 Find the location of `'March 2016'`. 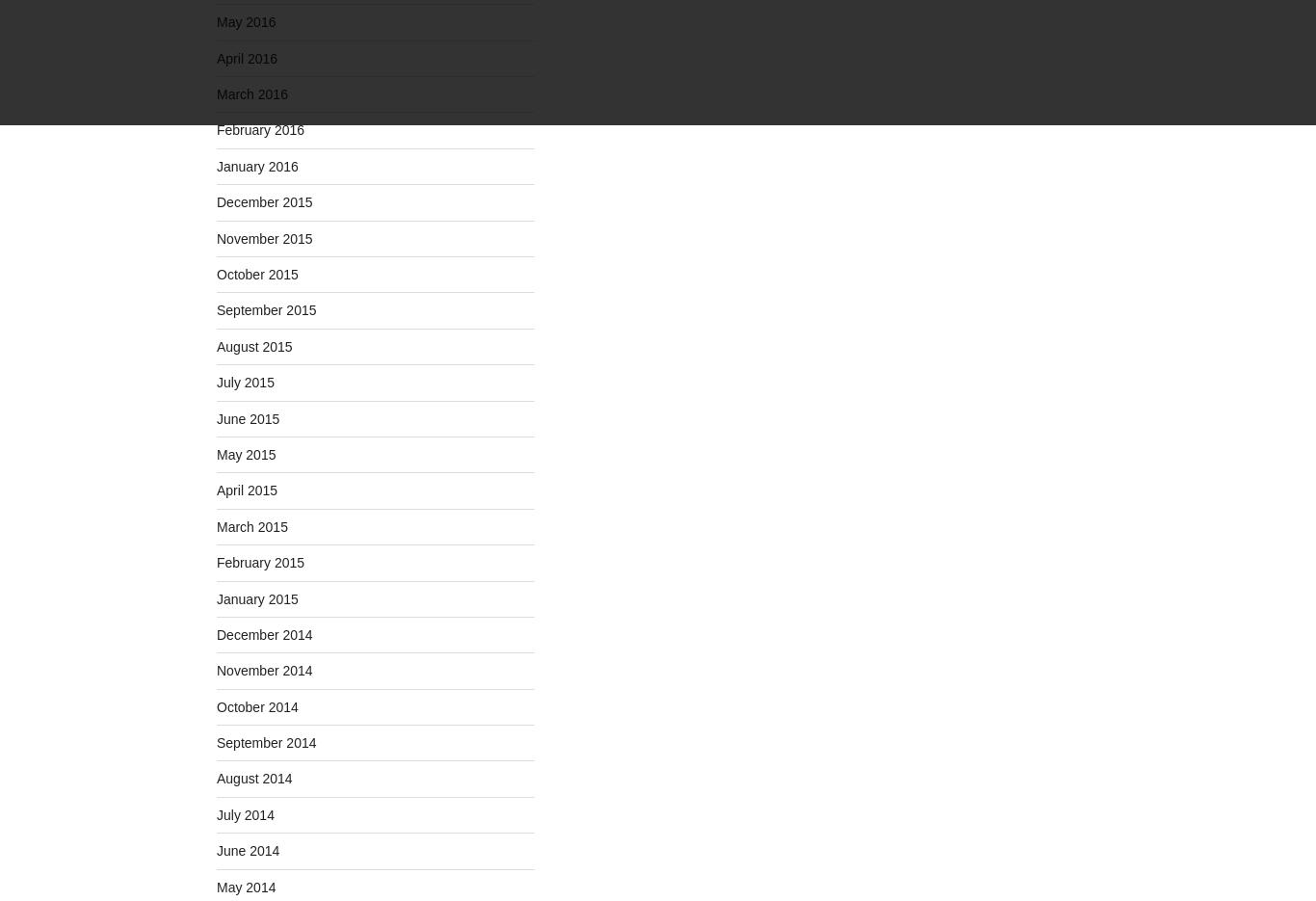

'March 2016' is located at coordinates (251, 93).